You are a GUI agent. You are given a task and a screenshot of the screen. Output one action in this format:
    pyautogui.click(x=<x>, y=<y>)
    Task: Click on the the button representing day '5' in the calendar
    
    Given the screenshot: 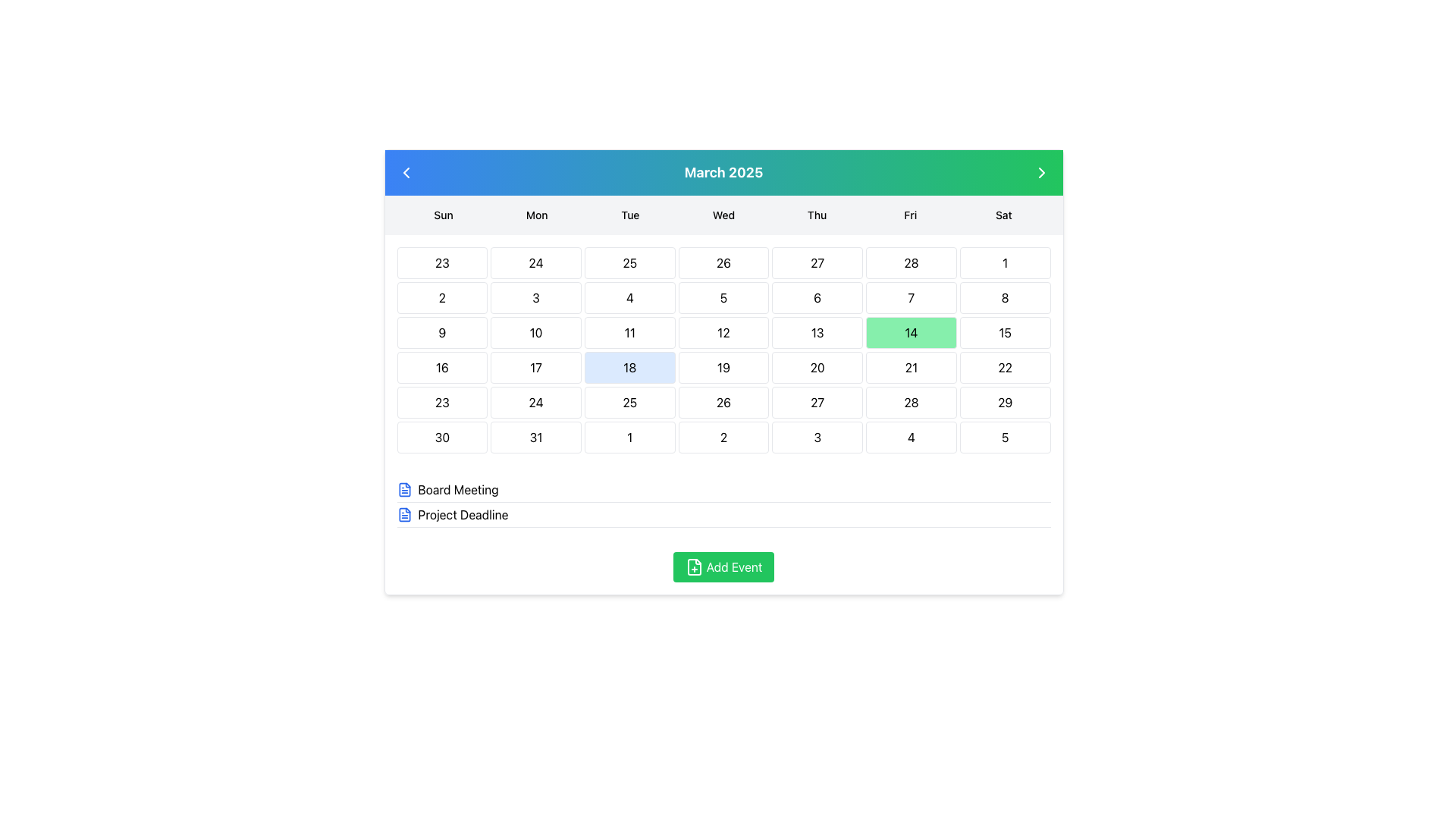 What is the action you would take?
    pyautogui.click(x=723, y=298)
    